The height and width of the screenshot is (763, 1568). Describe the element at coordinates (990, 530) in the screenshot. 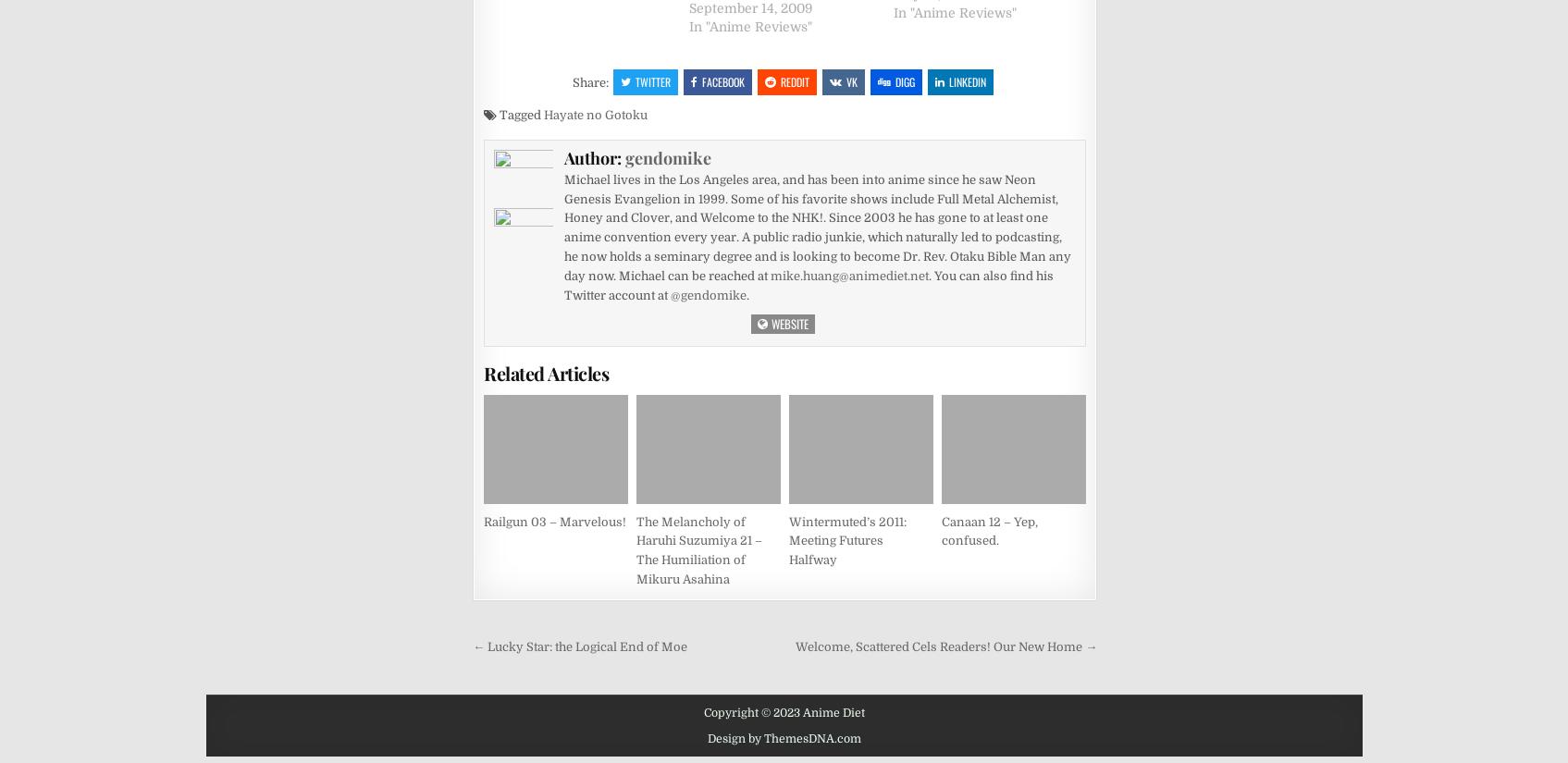

I see `'Canaan 12 – Yep, confused.'` at that location.